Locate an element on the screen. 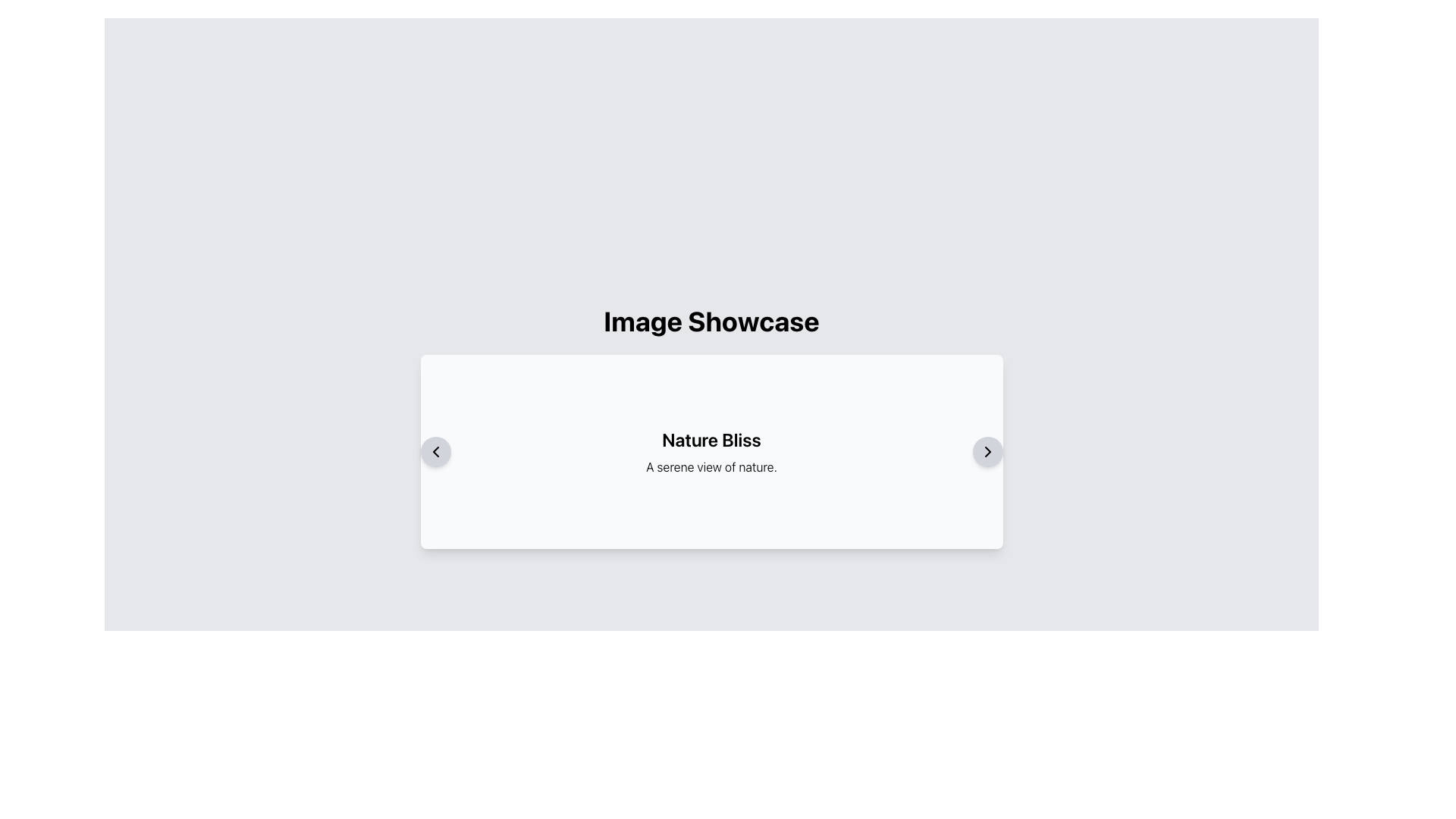 The width and height of the screenshot is (1456, 819). the navigational button located at the left-middle edge of the centered card, intended for navigating to the previous item in a gallery or carousel is located at coordinates (435, 451).